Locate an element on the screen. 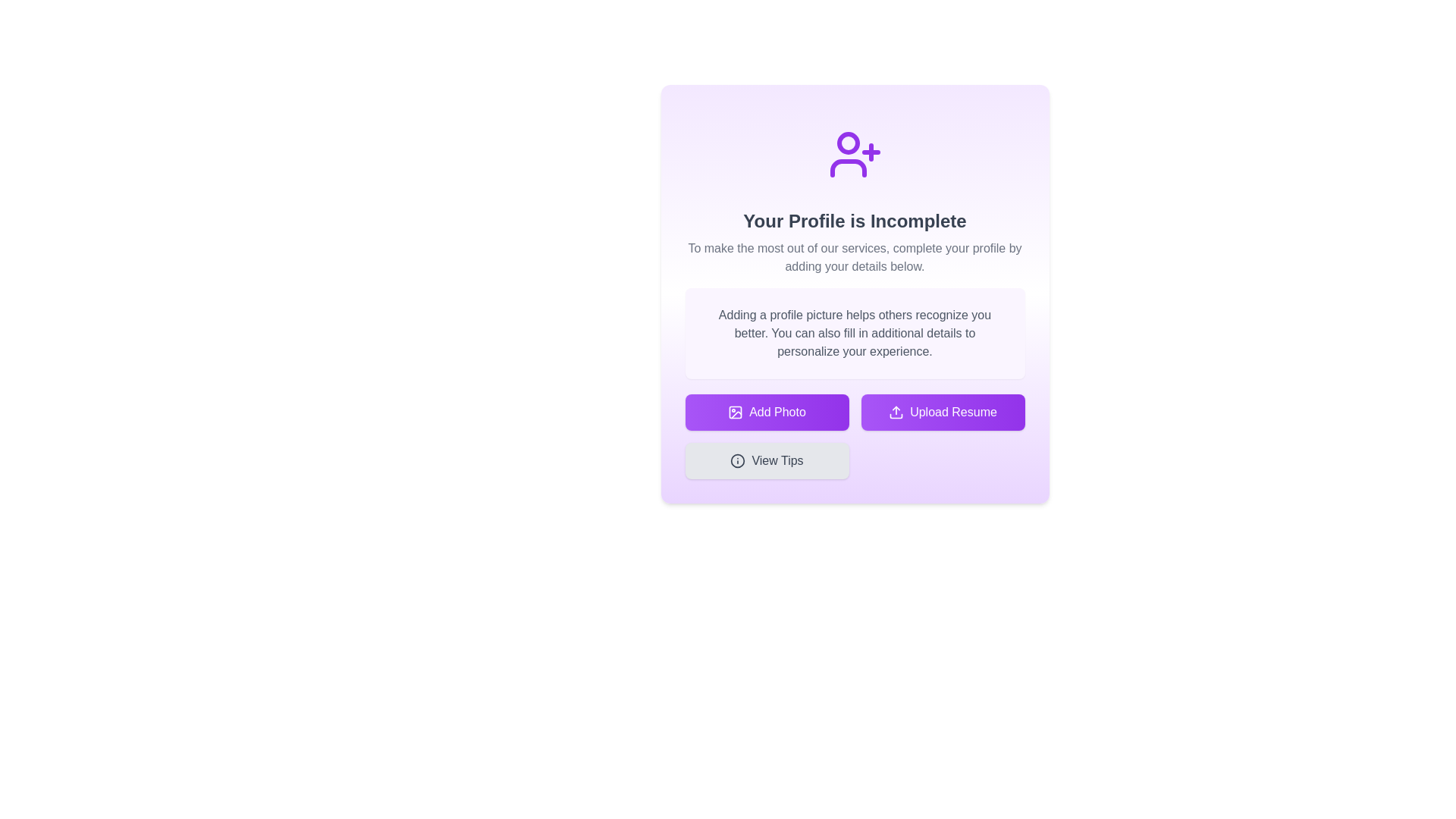 The height and width of the screenshot is (819, 1456). the text block that conveys information about the benefits of adding a profile picture, located beneath the header 'Your Profile is Incomplete' and above the 'Add Photo' and 'Upload Resume' buttons is located at coordinates (855, 332).